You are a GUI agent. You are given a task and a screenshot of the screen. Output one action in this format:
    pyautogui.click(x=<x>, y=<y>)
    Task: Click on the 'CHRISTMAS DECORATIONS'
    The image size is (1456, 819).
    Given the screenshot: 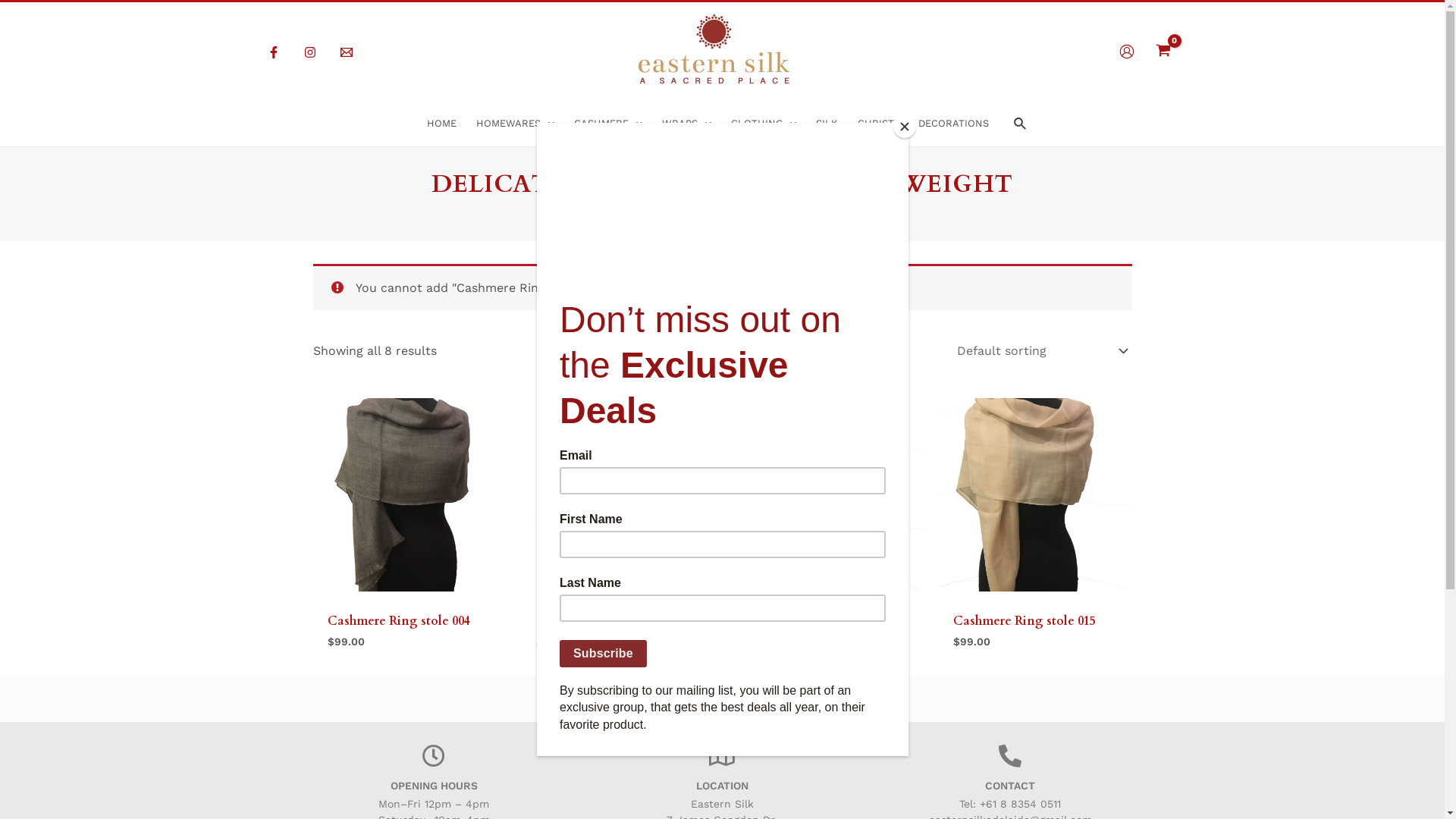 What is the action you would take?
    pyautogui.click(x=847, y=122)
    